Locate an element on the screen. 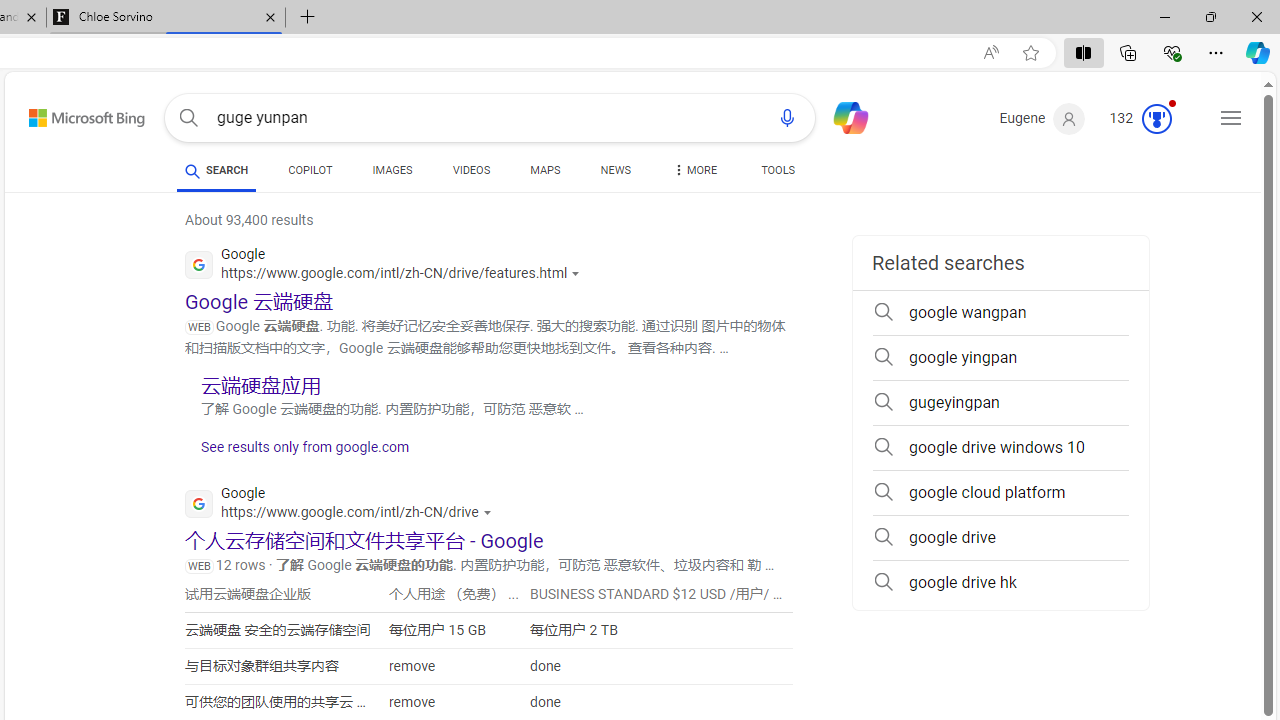 This screenshot has height=720, width=1280. 'Read aloud this page (Ctrl+Shift+U)' is located at coordinates (991, 52).